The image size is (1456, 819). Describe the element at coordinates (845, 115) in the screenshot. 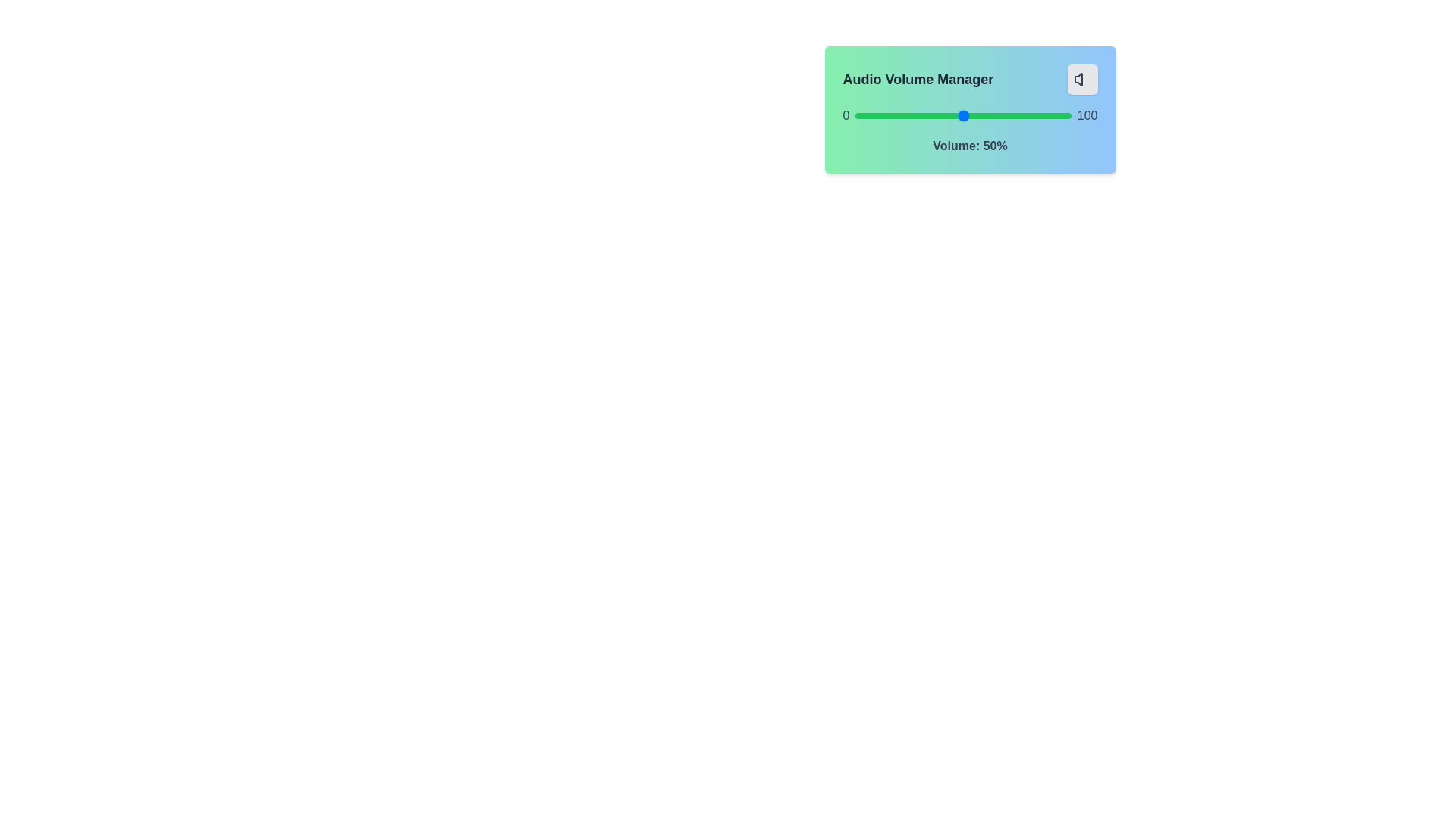

I see `the text label displaying the numeral '0', which is styled in gray and positioned at the far left of the Audio Volume Manager box` at that location.